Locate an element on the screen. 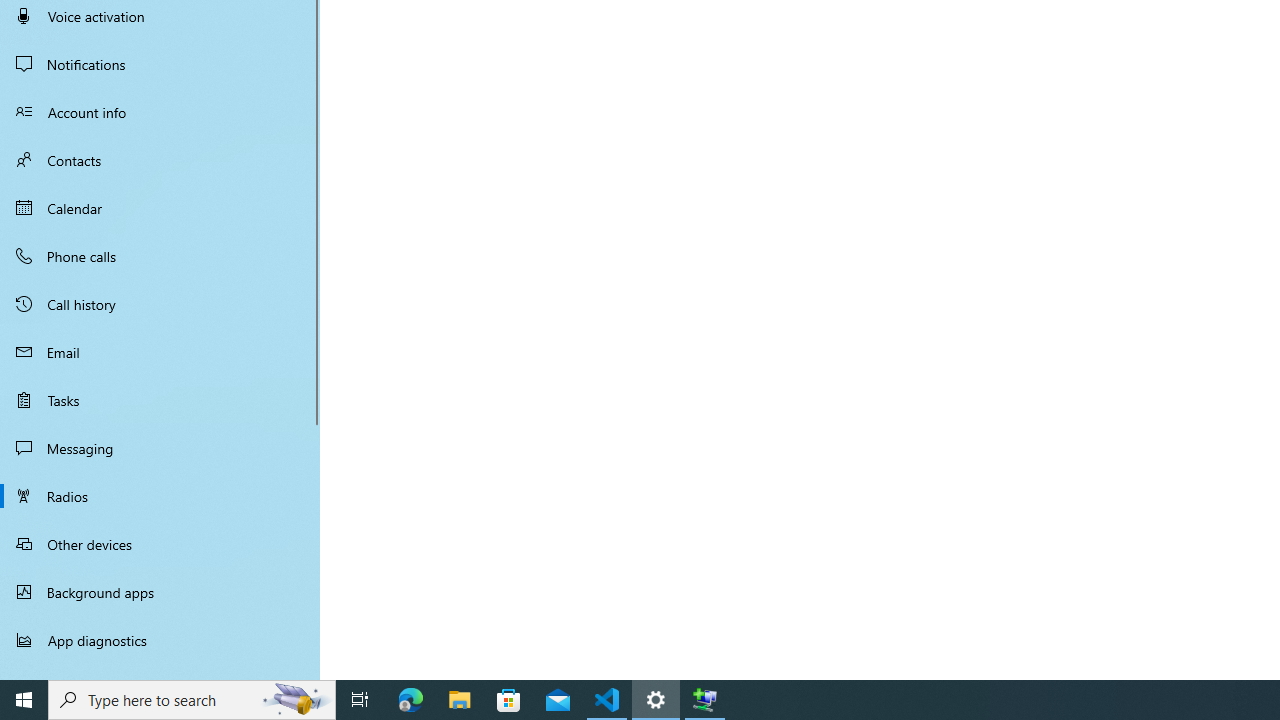 This screenshot has width=1280, height=720. 'Type here to search' is located at coordinates (192, 698).